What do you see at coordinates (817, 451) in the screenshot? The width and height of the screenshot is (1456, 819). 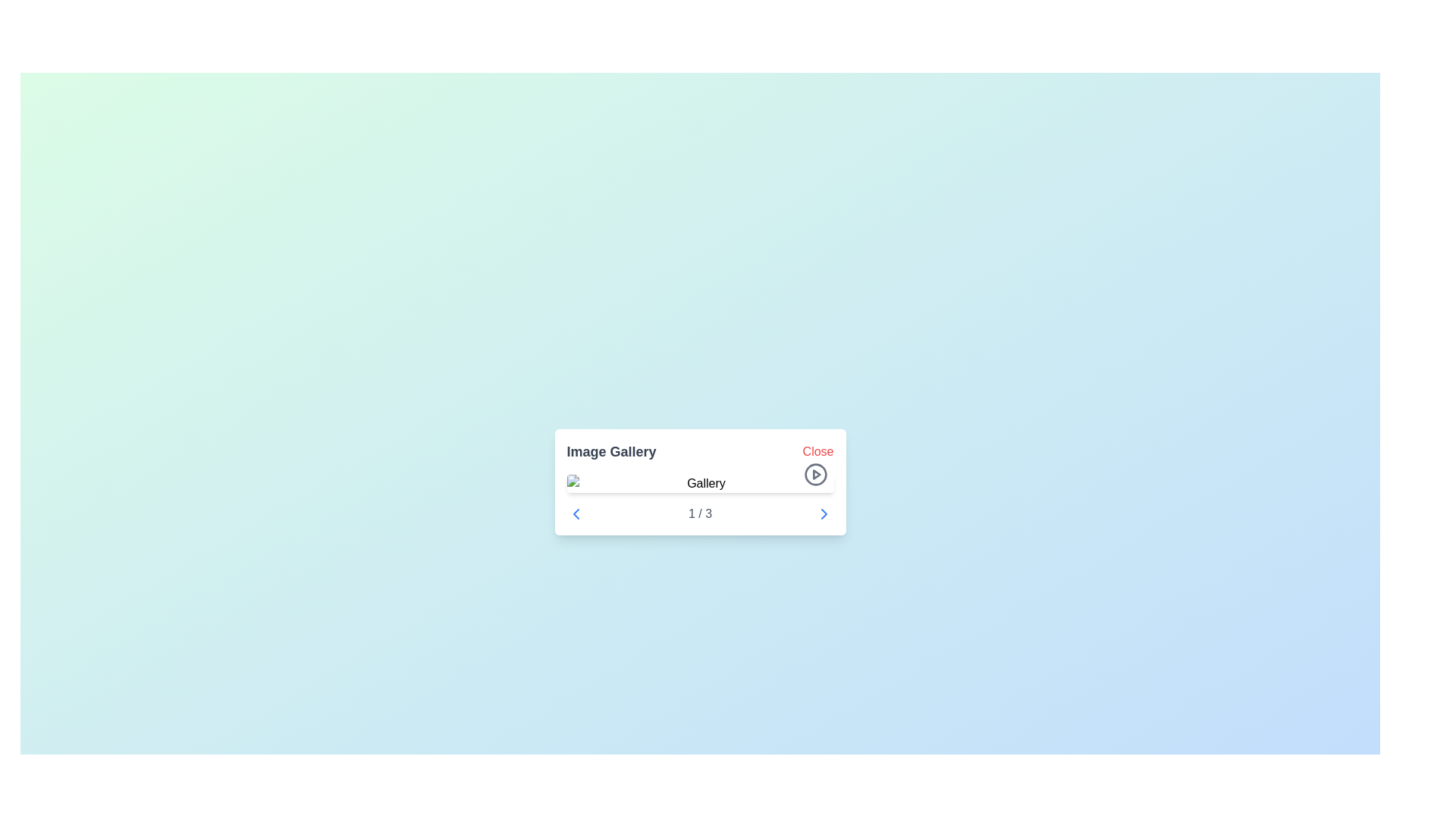 I see `the close button located at the top-right corner of the 'Image Gallery' content box` at bounding box center [817, 451].